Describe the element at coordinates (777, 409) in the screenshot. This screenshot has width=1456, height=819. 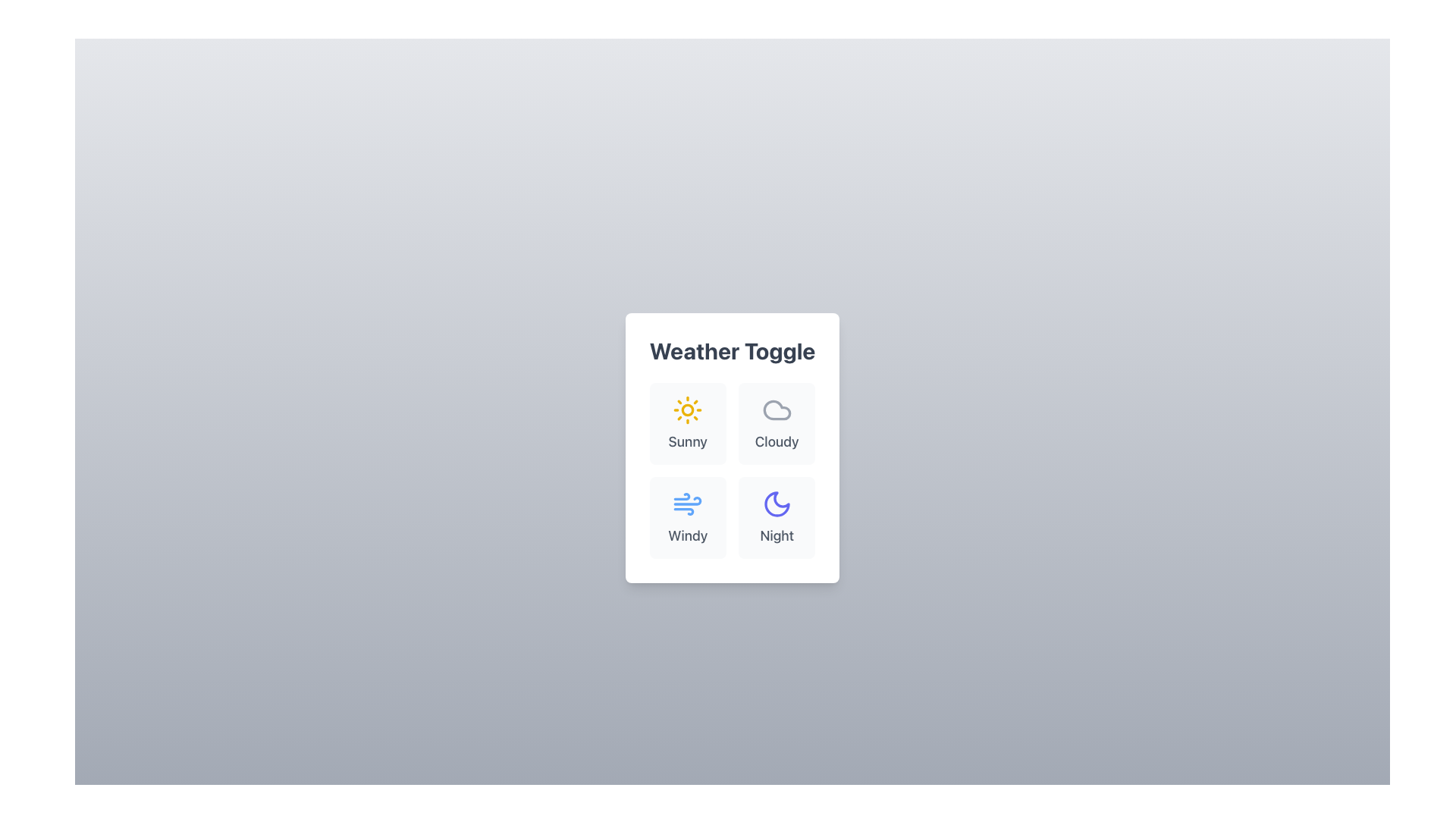
I see `the 'Cloudy' weather icon in the weather toggle grid, positioned in the second cell above the label 'Cloudy'` at that location.